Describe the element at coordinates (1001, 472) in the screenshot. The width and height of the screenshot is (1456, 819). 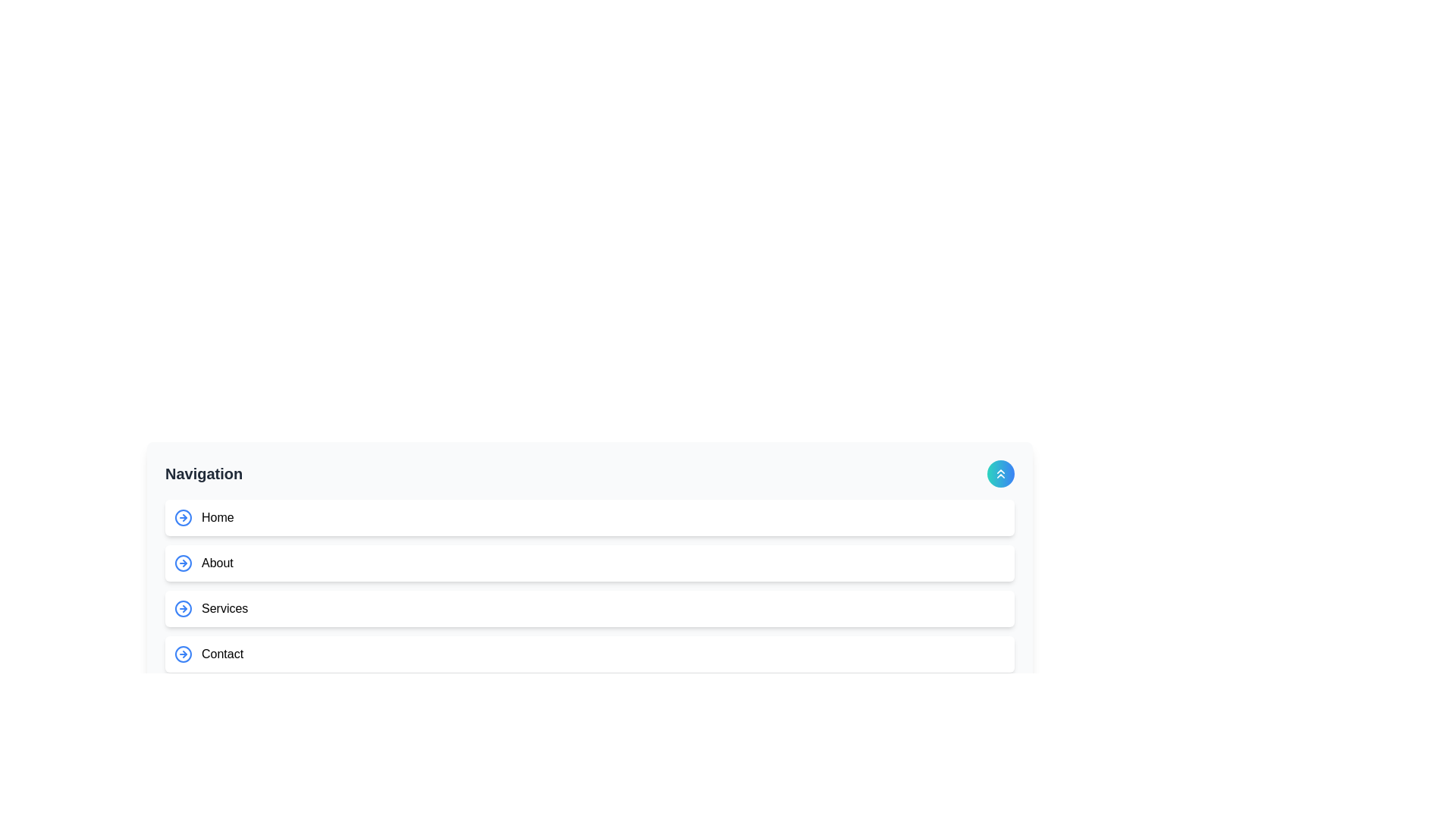
I see `the circular button with a gradient teal to blue fill and a white chevron icon, located at the far right of the 'Navigation' header bar` at that location.